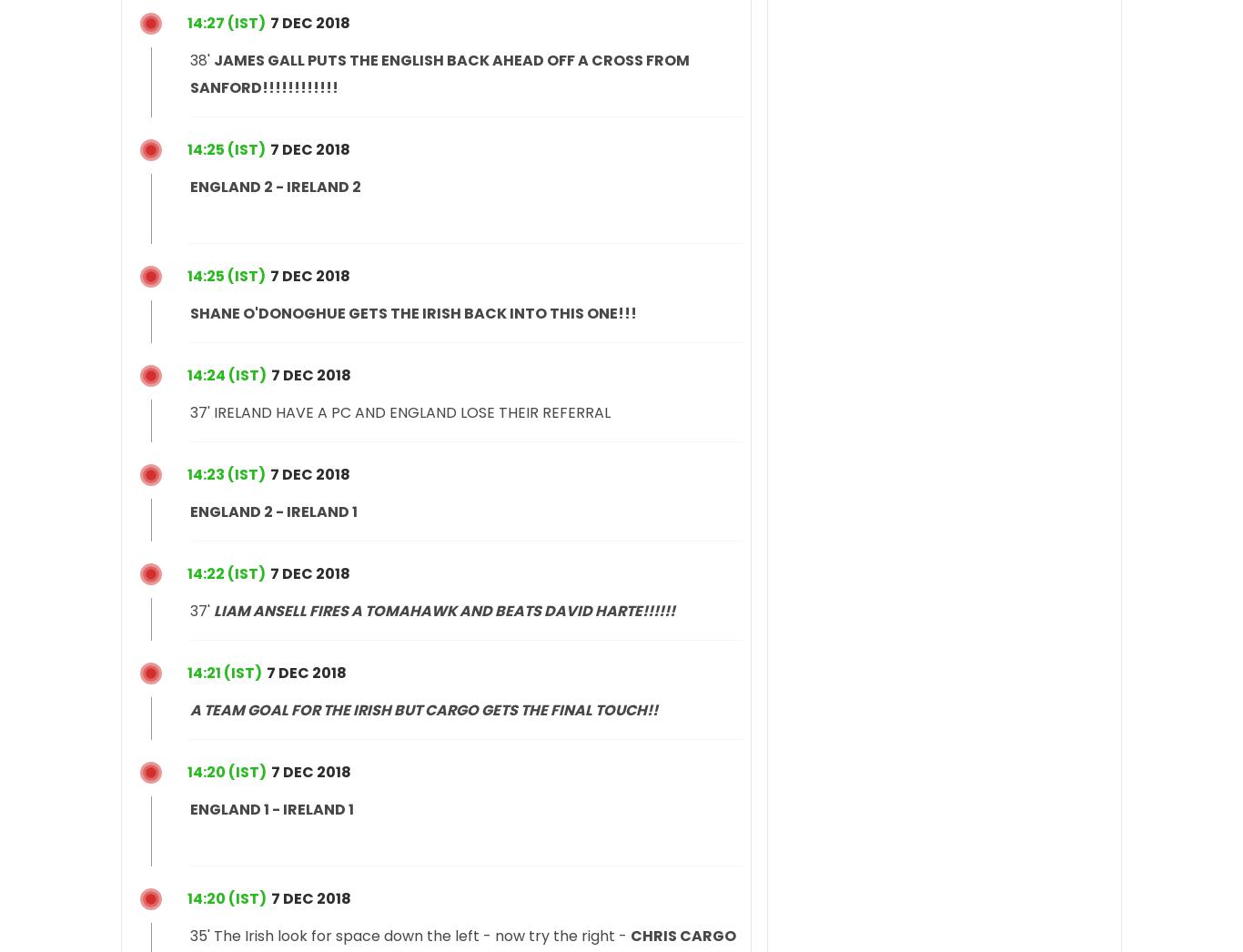  I want to click on '14:21 (IST)', so click(186, 671).